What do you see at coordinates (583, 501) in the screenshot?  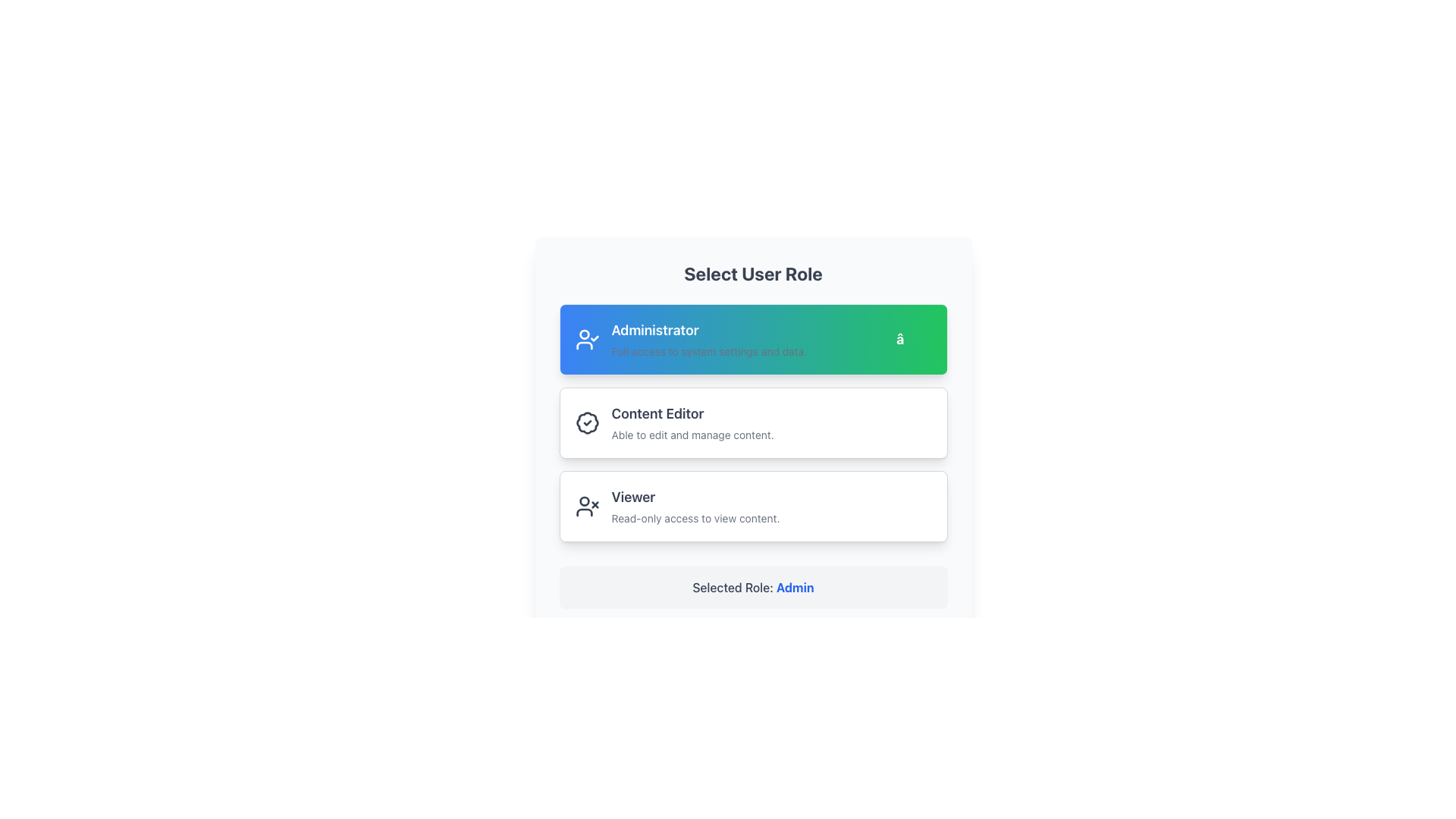 I see `the circular component of the 'Viewer' user role icon in the user role selection panel` at bounding box center [583, 501].